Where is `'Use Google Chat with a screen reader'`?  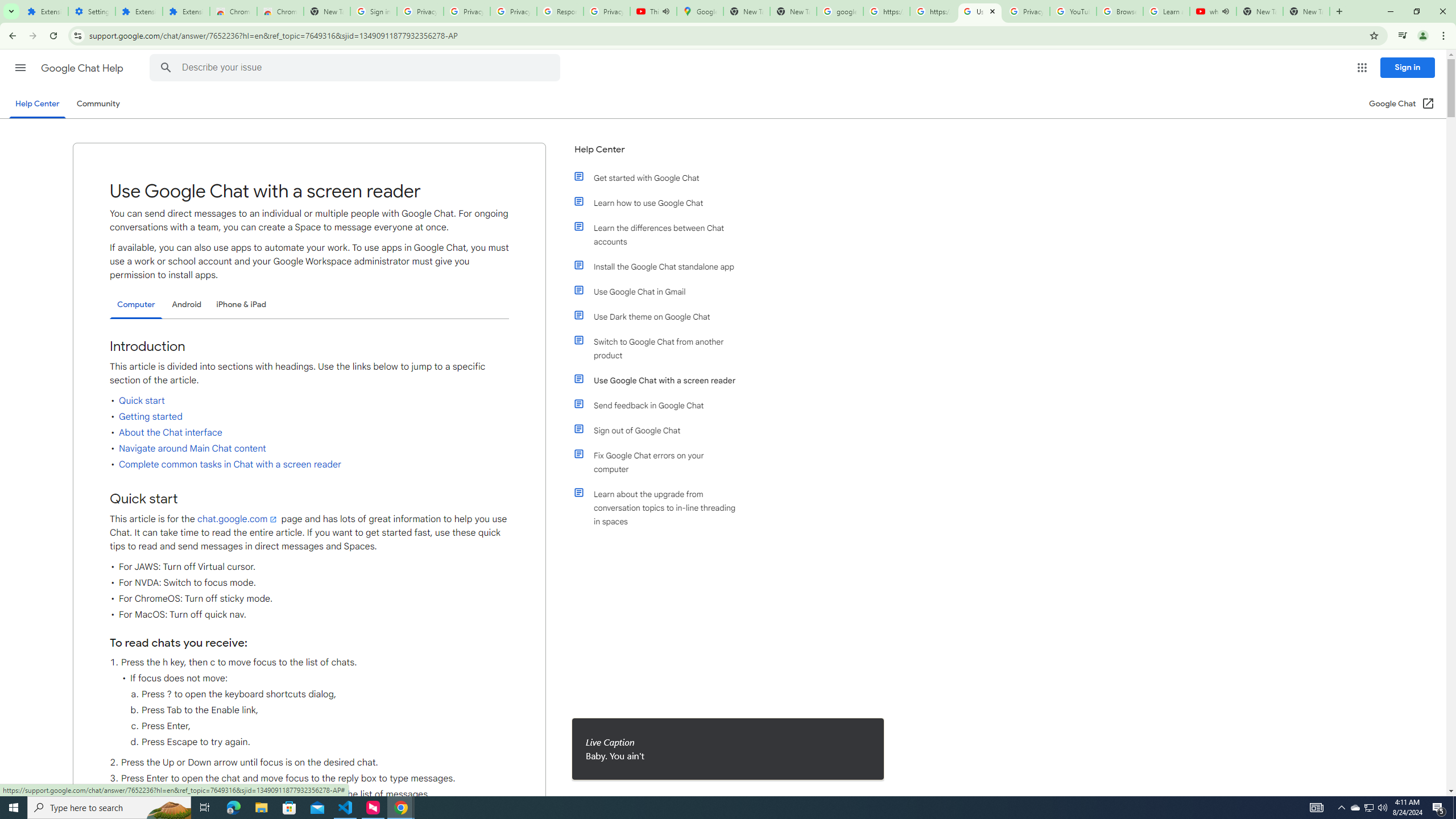
'Use Google Chat with a screen reader' is located at coordinates (661, 379).